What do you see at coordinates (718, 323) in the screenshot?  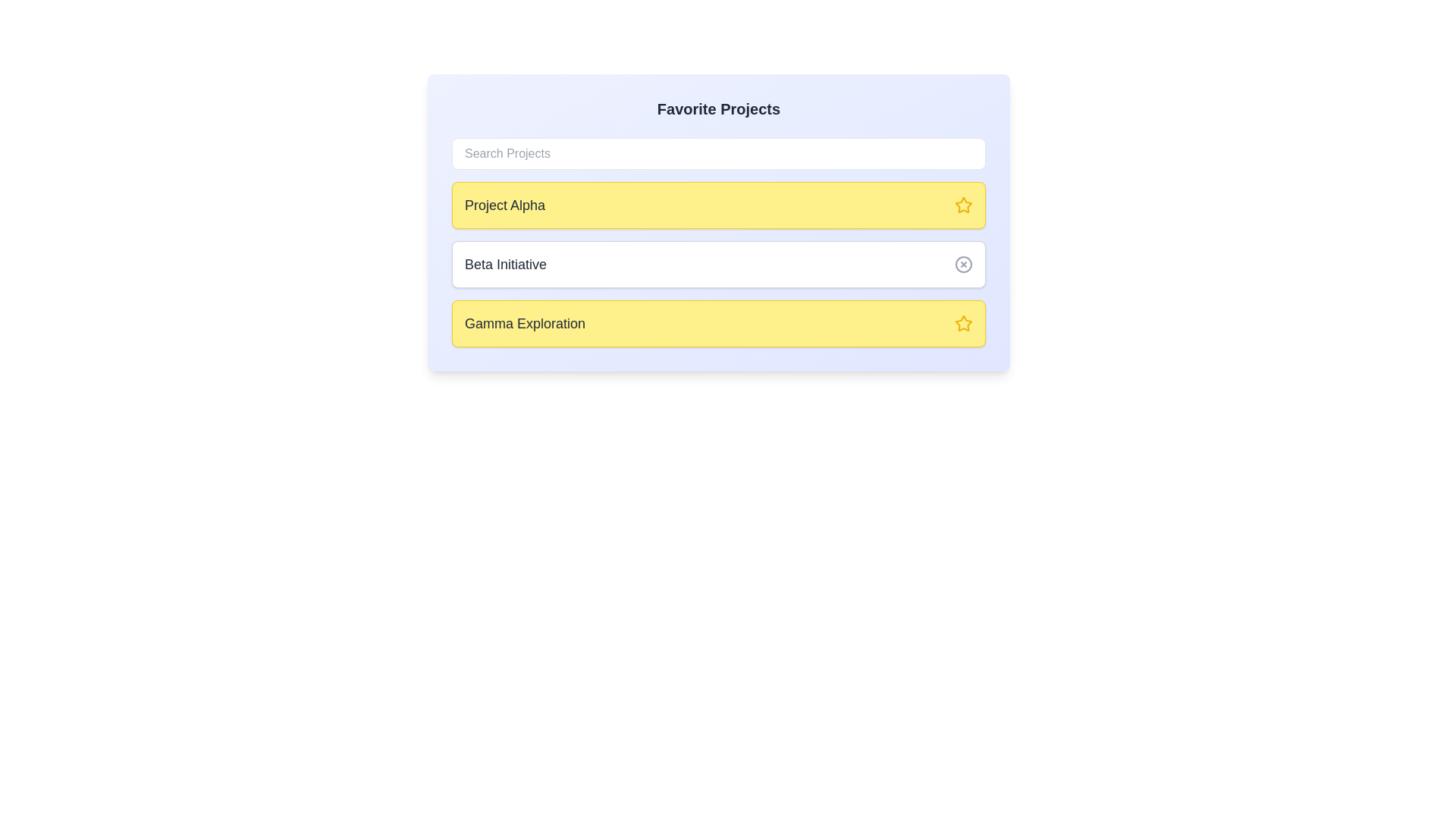 I see `the project card labeled Gamma Exploration` at bounding box center [718, 323].